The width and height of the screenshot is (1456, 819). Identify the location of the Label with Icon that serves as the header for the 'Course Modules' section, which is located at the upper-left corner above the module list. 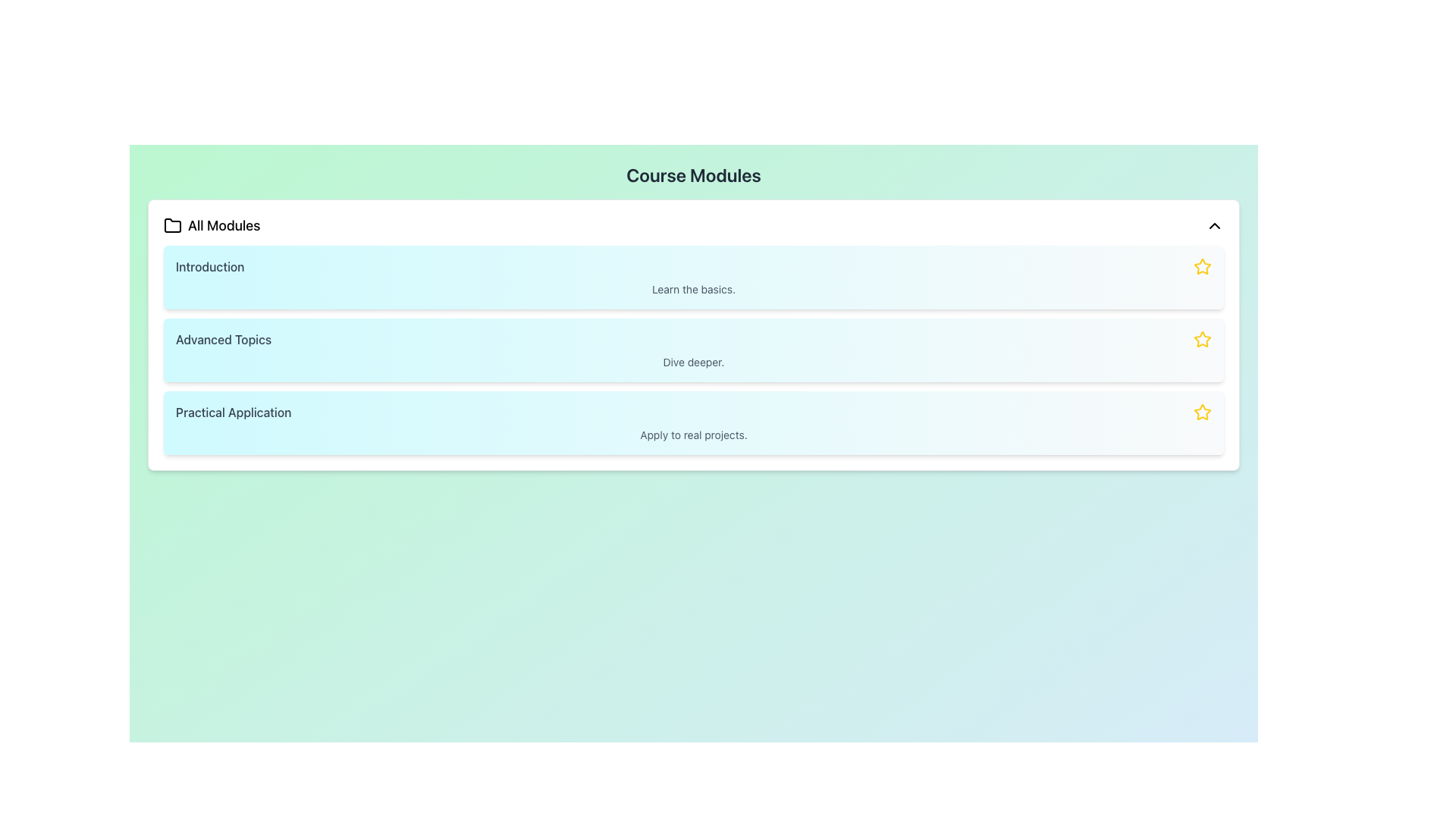
(211, 225).